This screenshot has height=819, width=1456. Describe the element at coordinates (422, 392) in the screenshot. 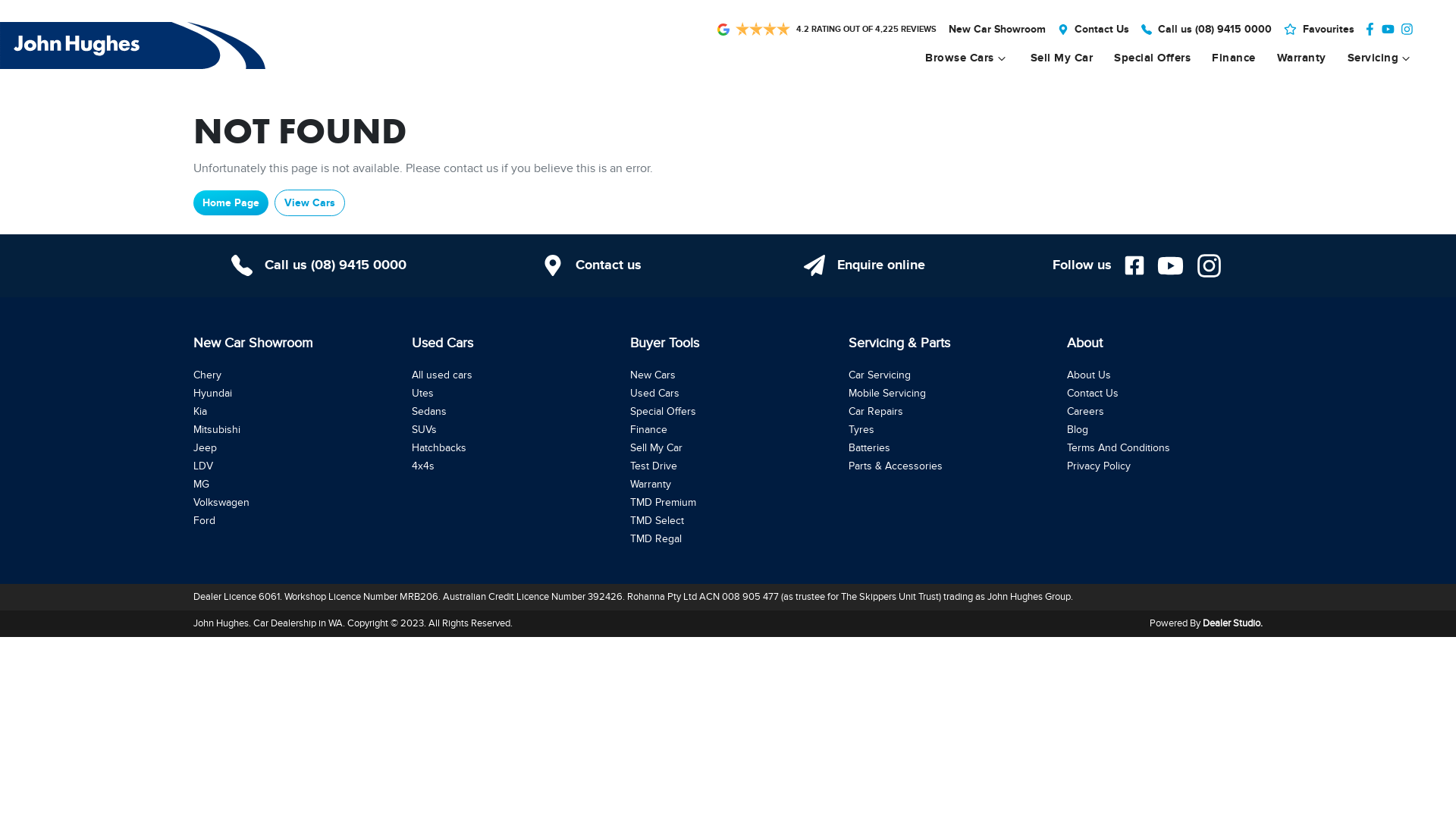

I see `'Utes'` at that location.